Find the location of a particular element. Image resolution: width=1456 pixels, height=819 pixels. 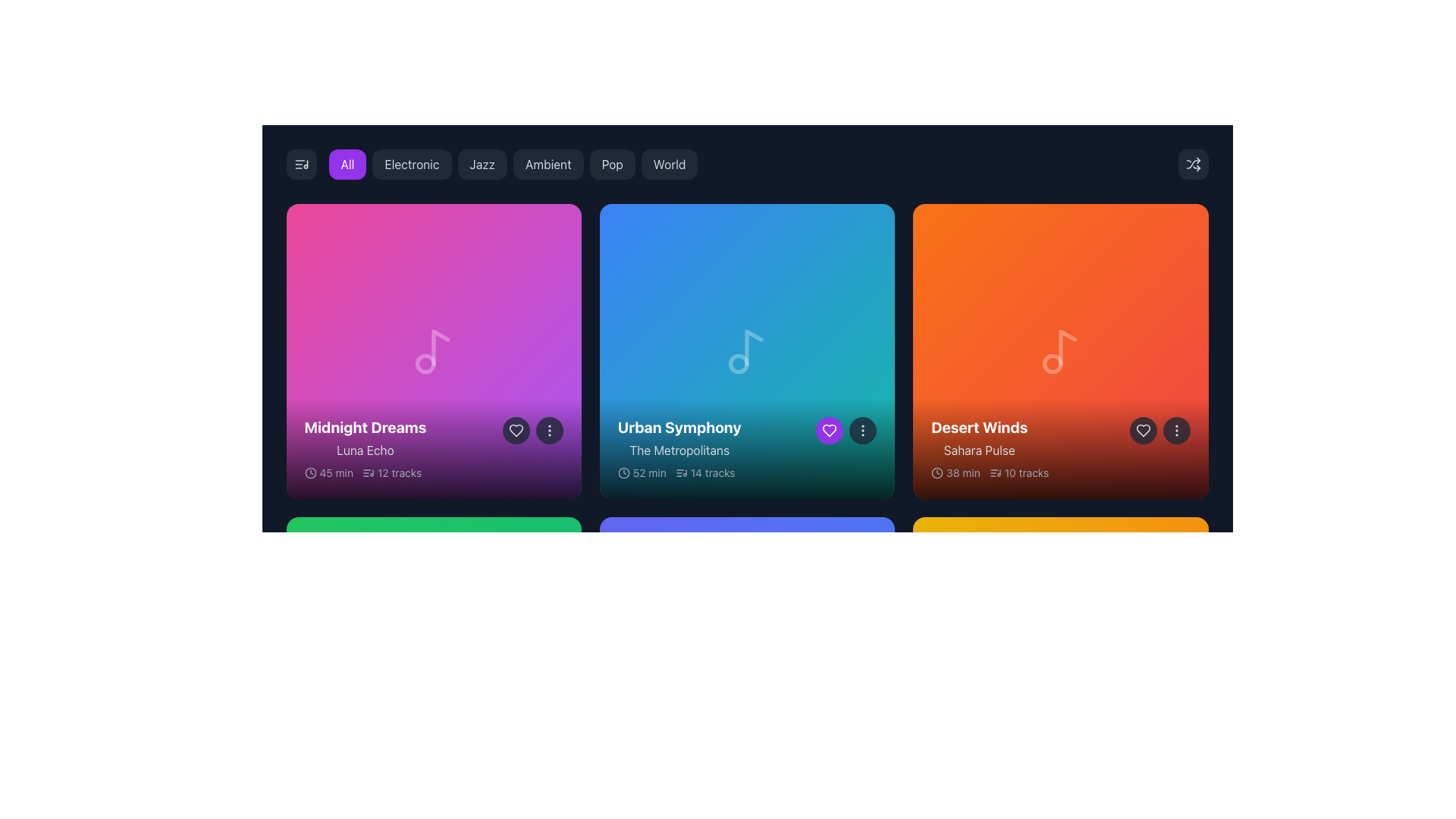

the decorative music icon located at the center of the orange gradient card under the 'Desert Winds' section, which is part of a horizontal row of playlist cards is located at coordinates (1059, 351).